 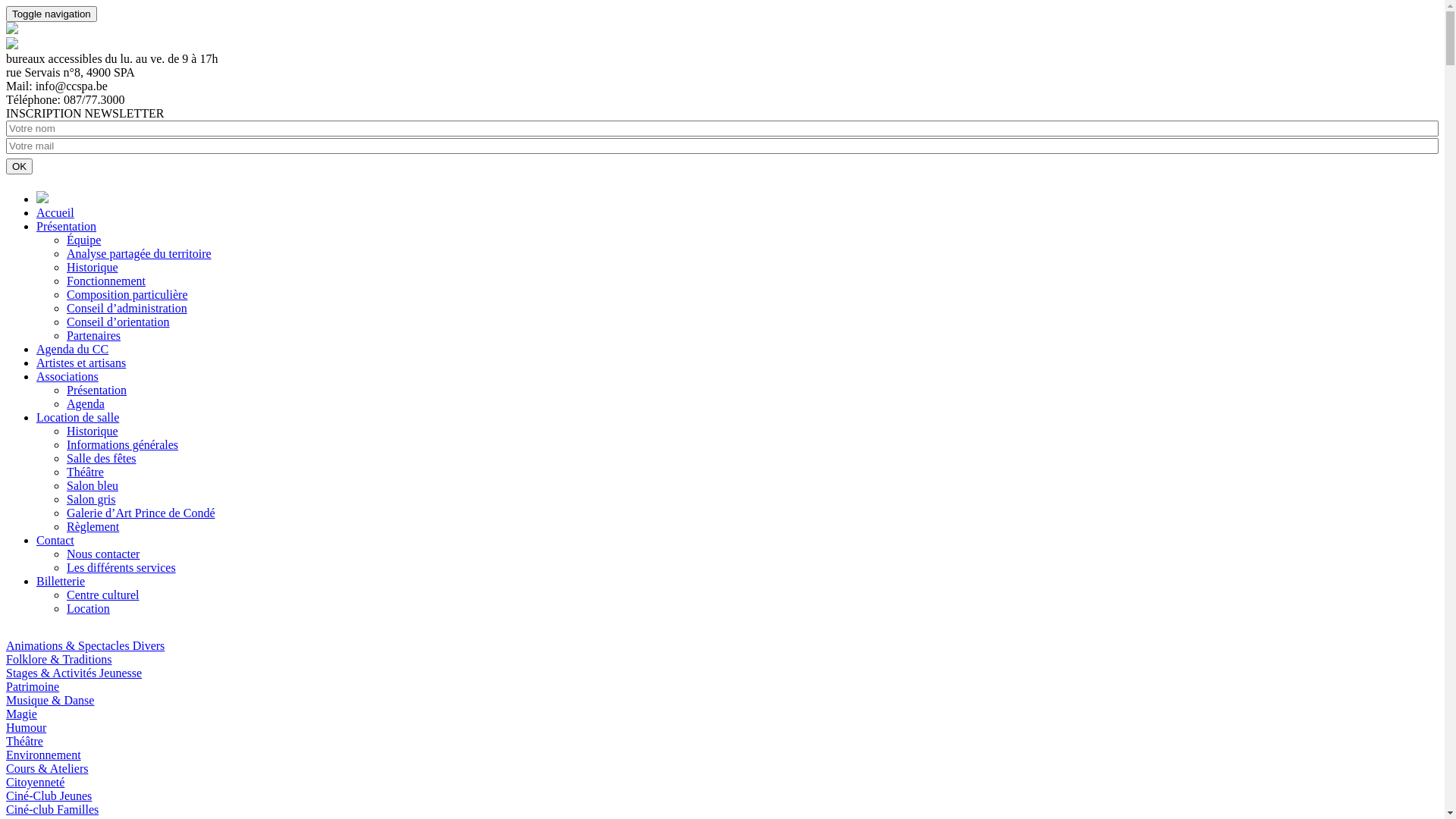 I want to click on 'Musique & Danse', so click(x=50, y=700).